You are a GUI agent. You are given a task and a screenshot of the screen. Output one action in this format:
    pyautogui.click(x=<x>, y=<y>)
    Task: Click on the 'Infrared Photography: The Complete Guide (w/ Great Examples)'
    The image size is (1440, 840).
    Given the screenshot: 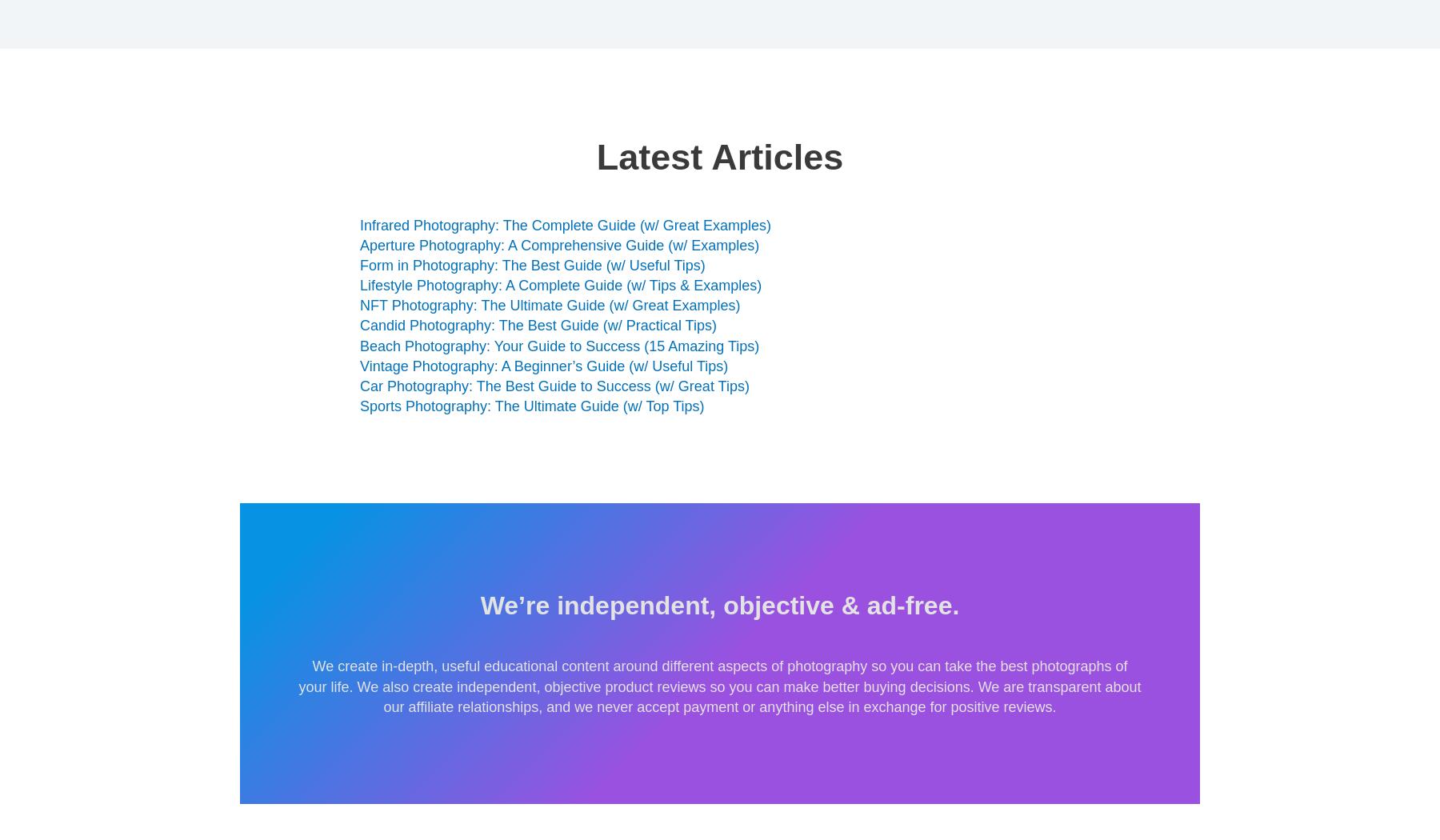 What is the action you would take?
    pyautogui.click(x=564, y=223)
    